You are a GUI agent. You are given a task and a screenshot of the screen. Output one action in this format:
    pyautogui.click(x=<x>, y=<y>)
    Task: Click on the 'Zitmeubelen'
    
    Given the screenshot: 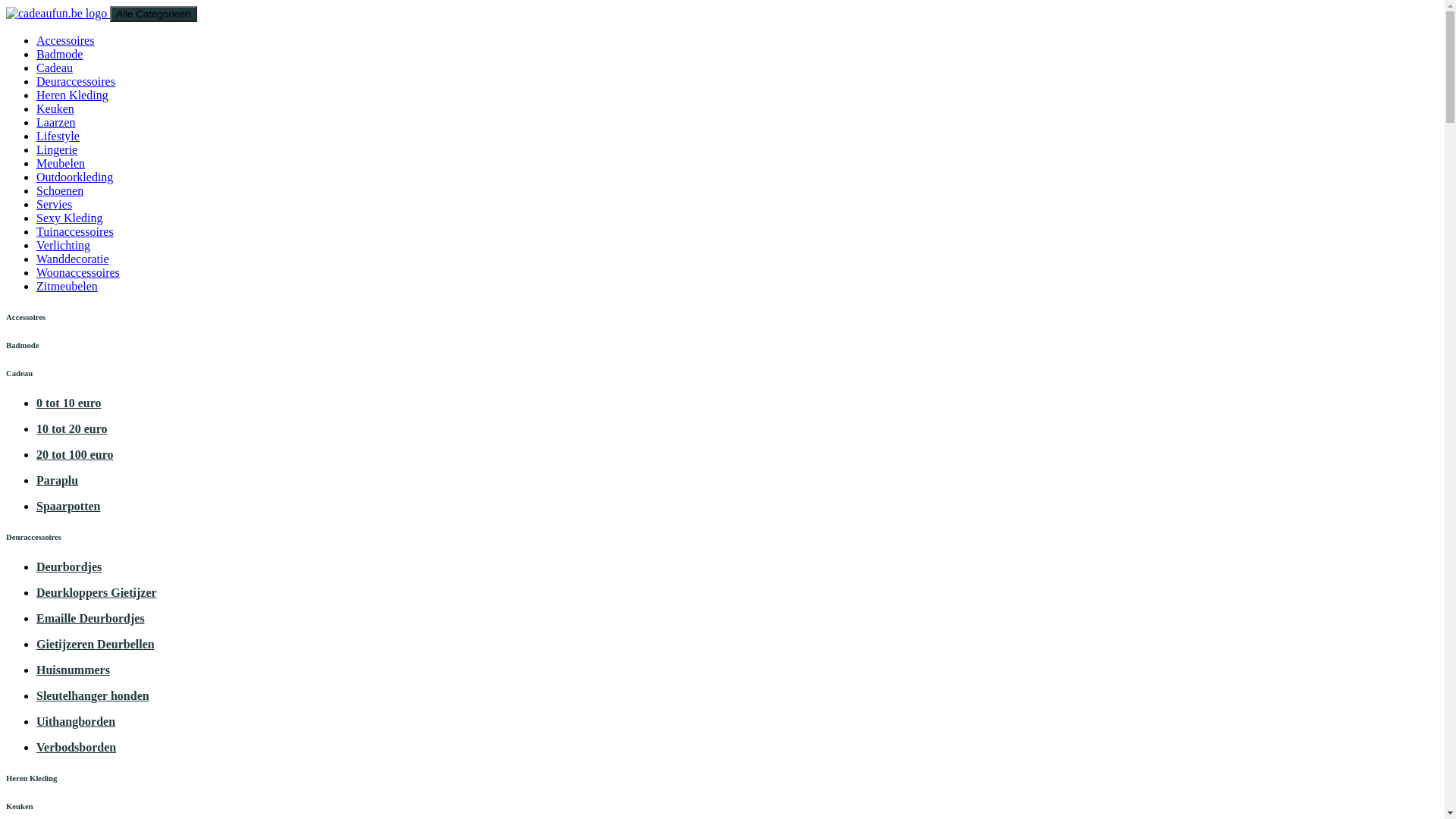 What is the action you would take?
    pyautogui.click(x=66, y=286)
    